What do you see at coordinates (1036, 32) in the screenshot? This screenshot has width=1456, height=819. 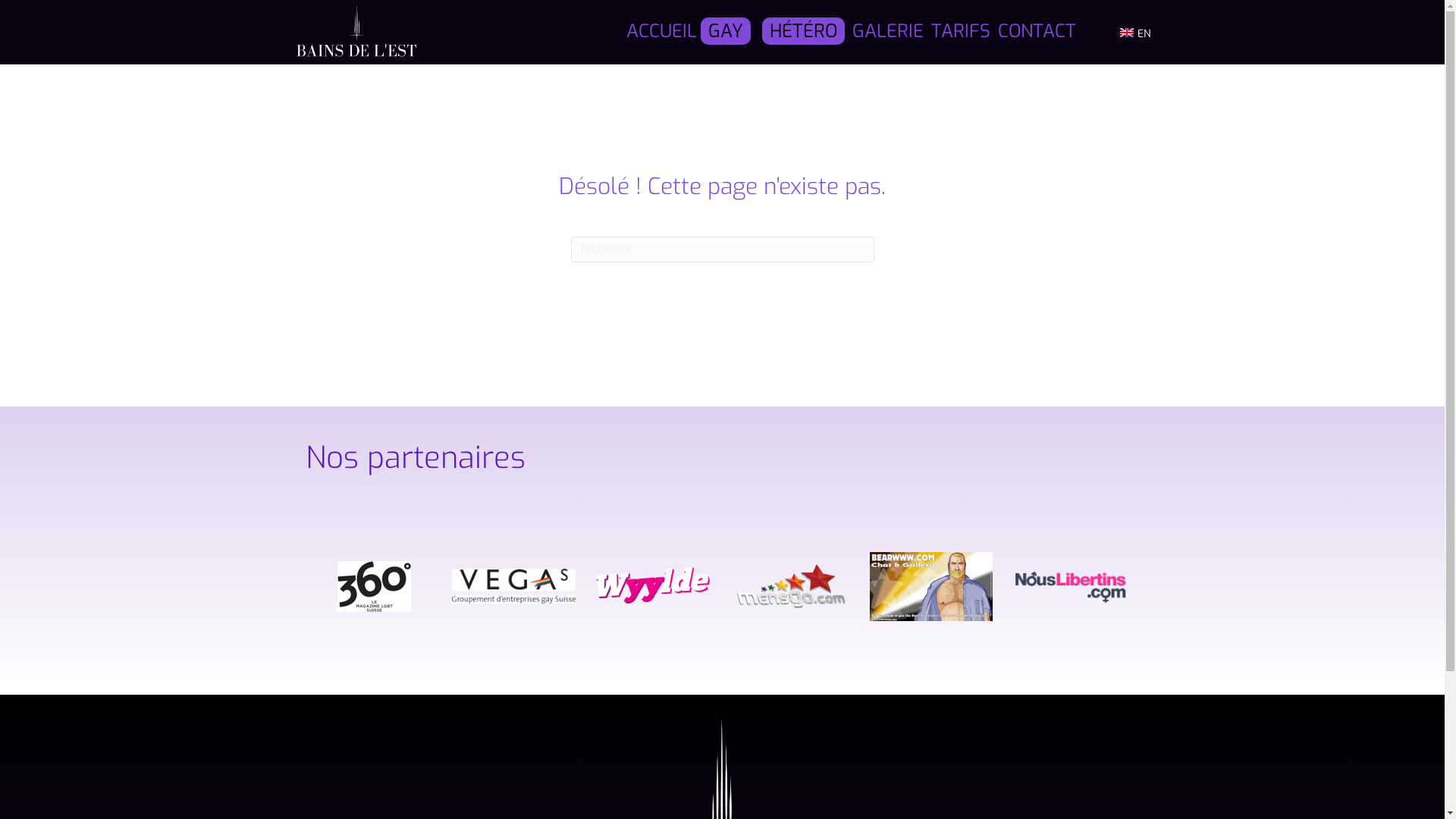 I see `'CONTACT'` at bounding box center [1036, 32].